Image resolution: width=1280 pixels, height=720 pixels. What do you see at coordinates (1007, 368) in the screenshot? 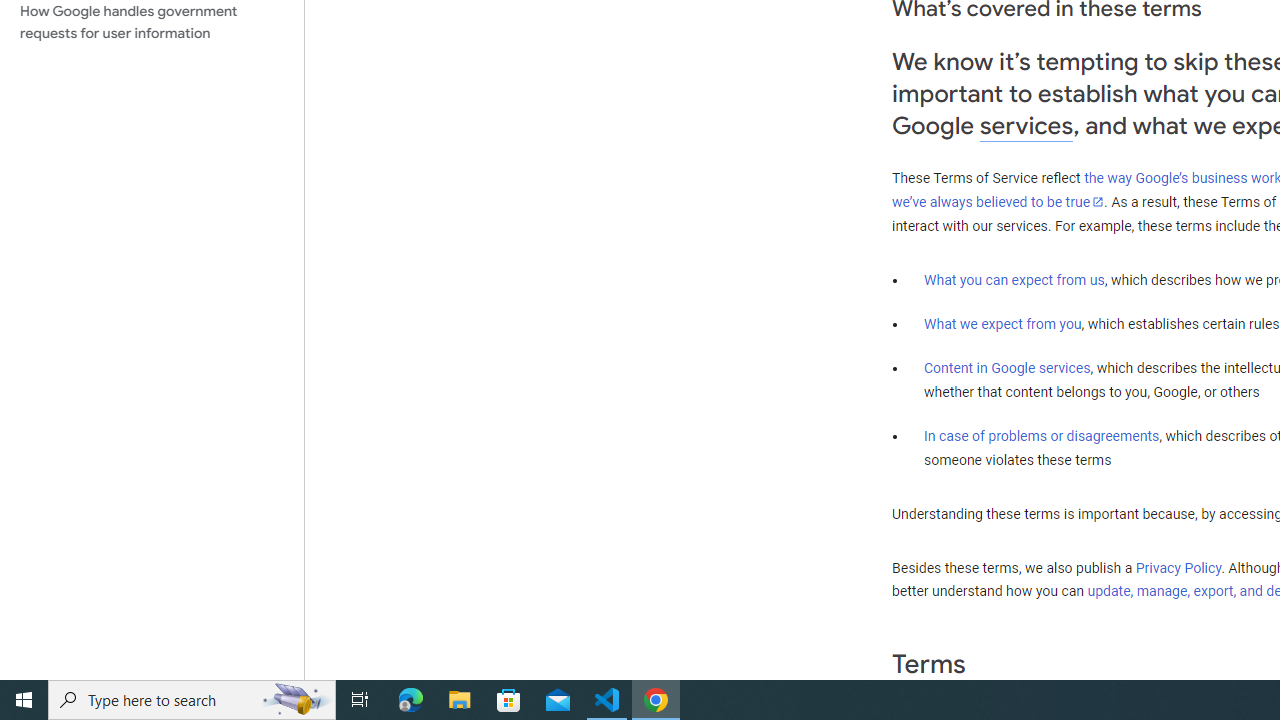
I see `'Content in Google services'` at bounding box center [1007, 368].